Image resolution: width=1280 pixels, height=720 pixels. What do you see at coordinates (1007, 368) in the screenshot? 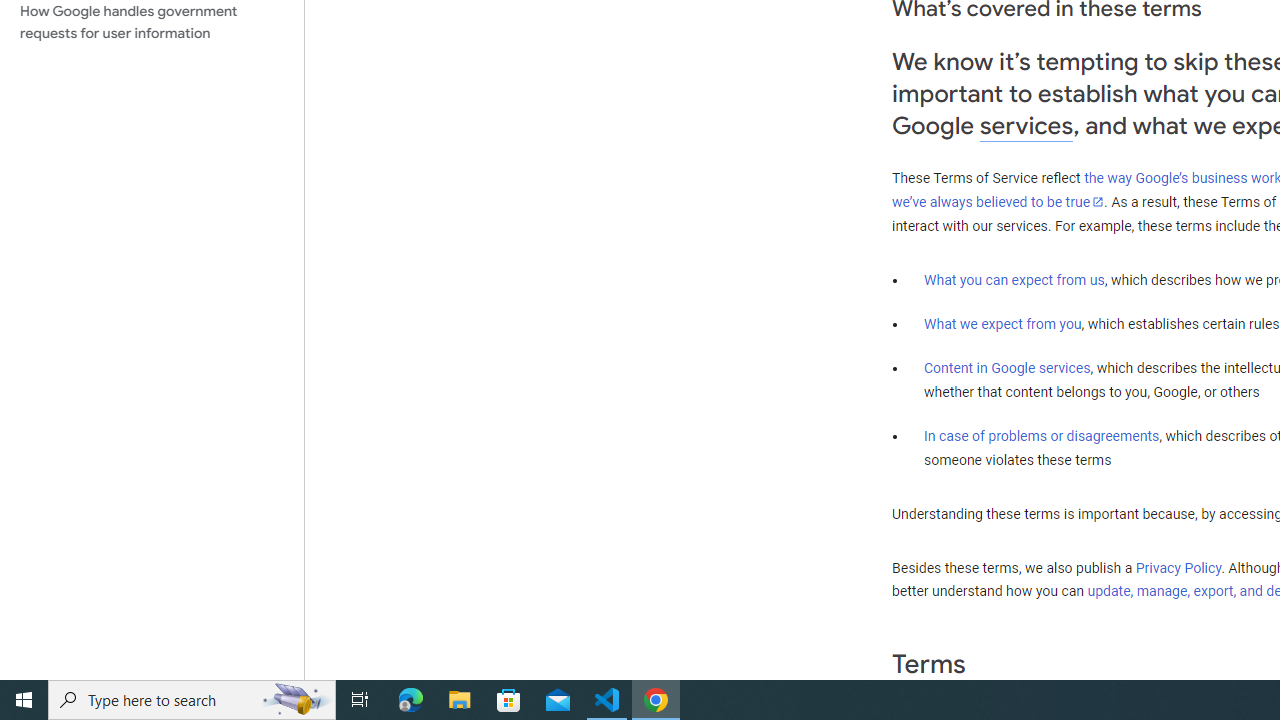
I see `'Content in Google services'` at bounding box center [1007, 368].